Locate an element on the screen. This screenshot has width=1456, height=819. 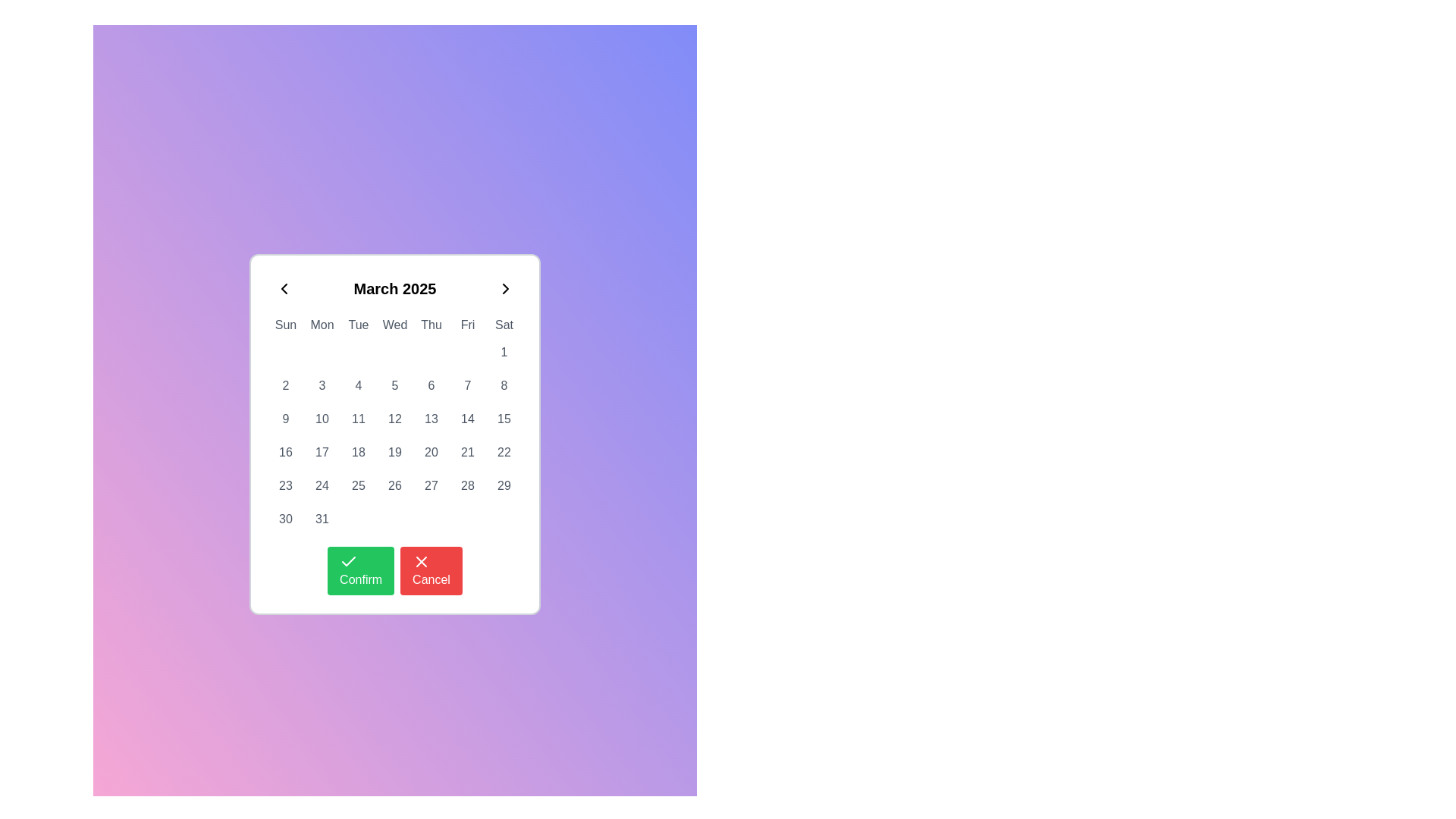
the rounded square button displaying the number '12' in the calendar grid located under 'Wed' to change its background color is located at coordinates (395, 419).